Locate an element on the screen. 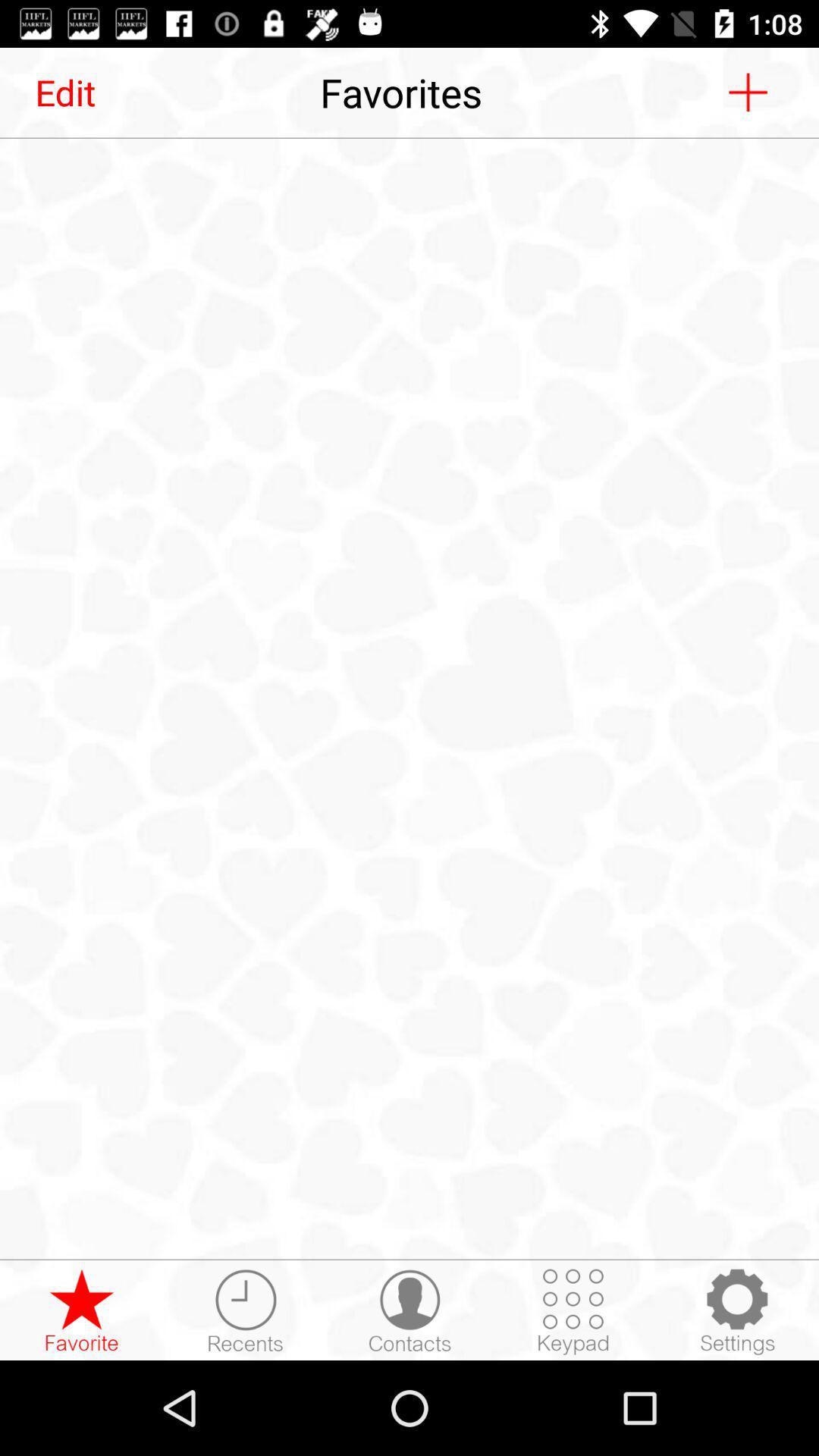 This screenshot has width=819, height=1456. the settings icon is located at coordinates (736, 1310).